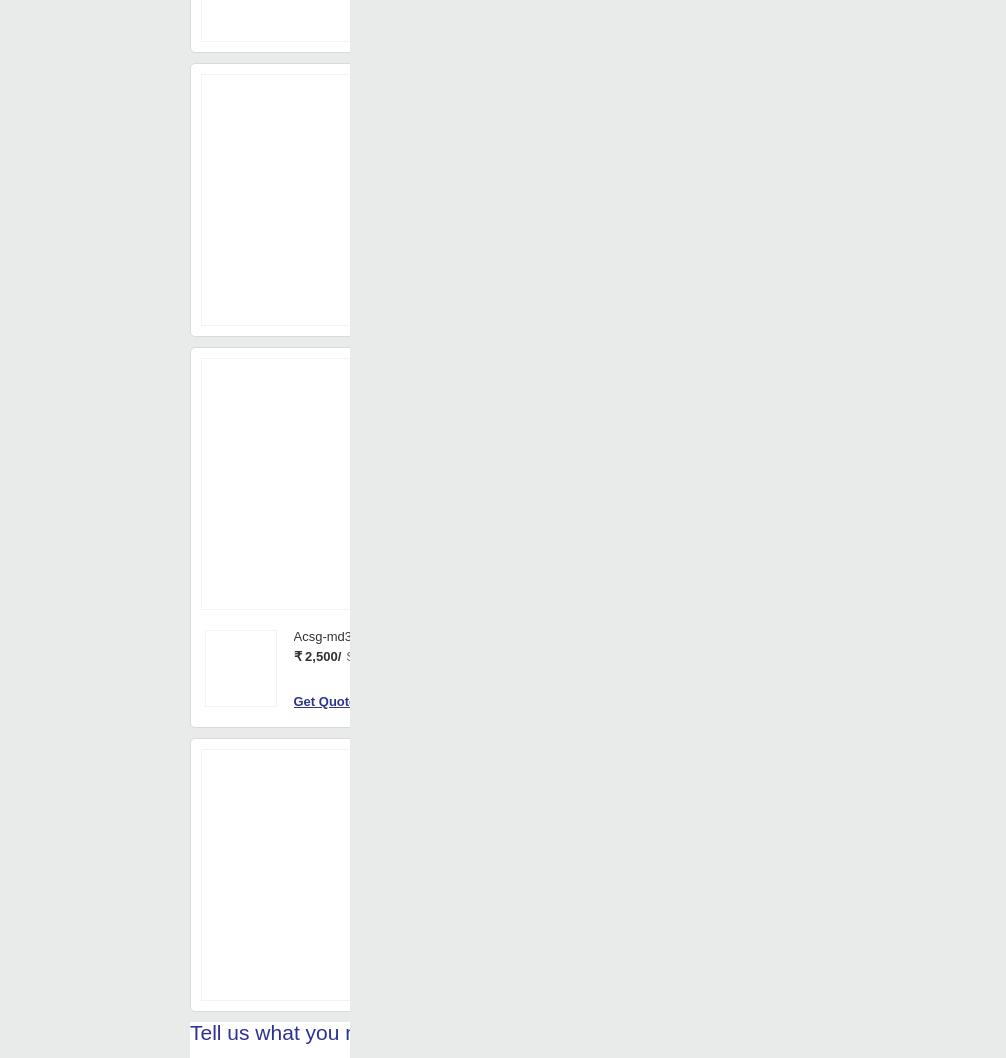 The image size is (1006, 1058). What do you see at coordinates (547, 54) in the screenshot?
I see `':  Any shape'` at bounding box center [547, 54].